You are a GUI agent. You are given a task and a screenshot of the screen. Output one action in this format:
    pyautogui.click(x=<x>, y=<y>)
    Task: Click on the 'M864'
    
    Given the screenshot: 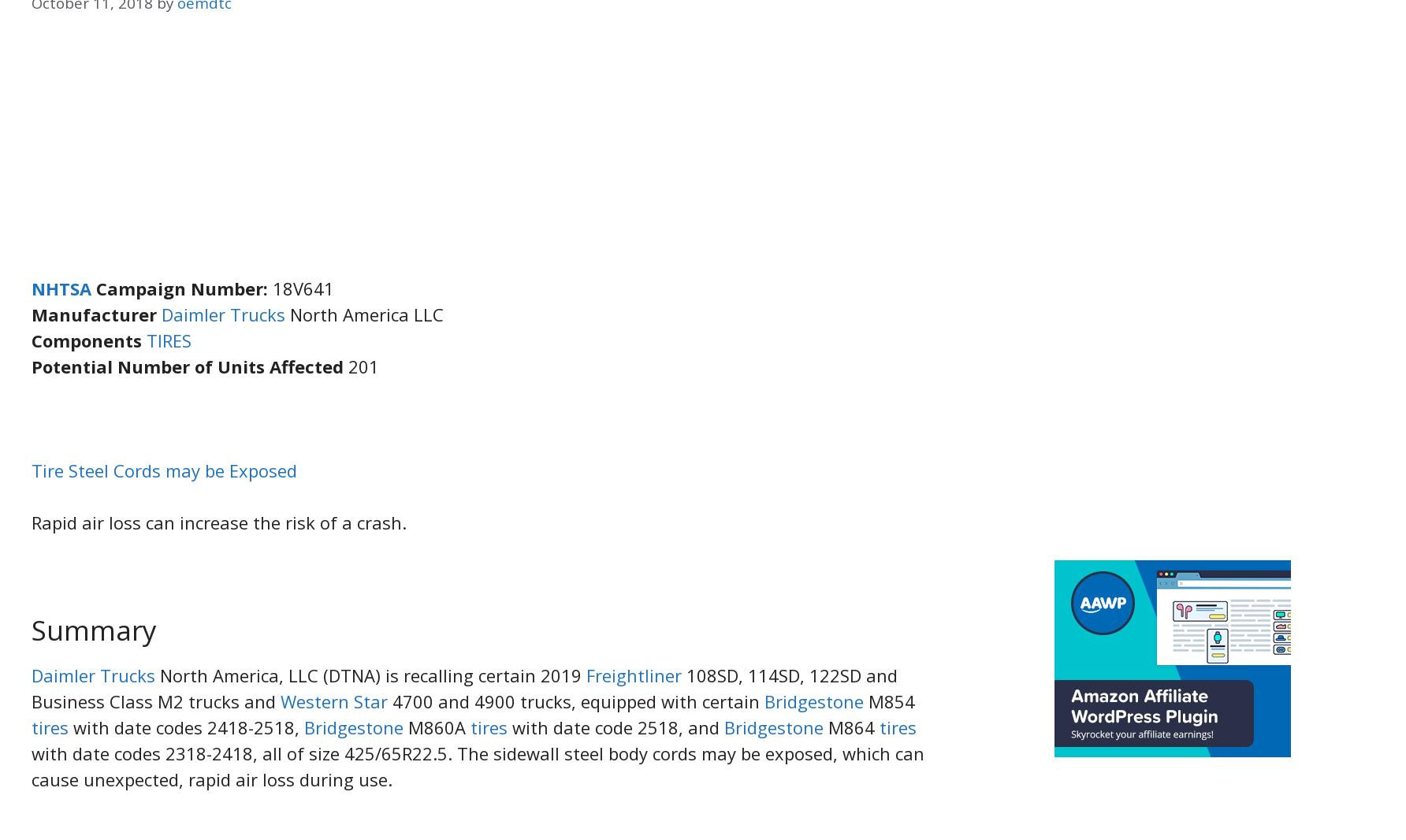 What is the action you would take?
    pyautogui.click(x=850, y=727)
    